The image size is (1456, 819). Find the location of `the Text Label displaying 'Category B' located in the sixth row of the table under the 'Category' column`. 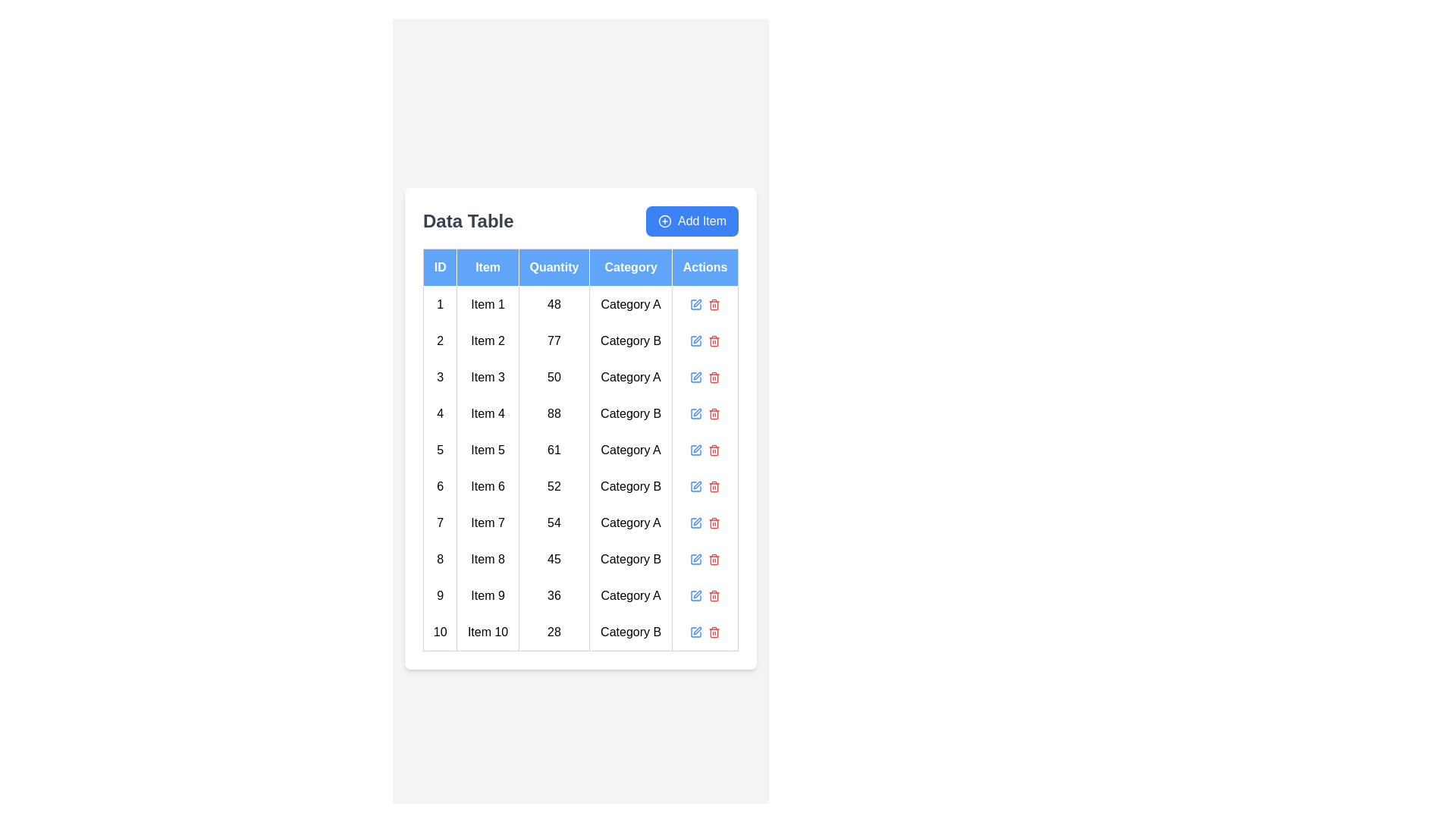

the Text Label displaying 'Category B' located in the sixth row of the table under the 'Category' column is located at coordinates (631, 486).